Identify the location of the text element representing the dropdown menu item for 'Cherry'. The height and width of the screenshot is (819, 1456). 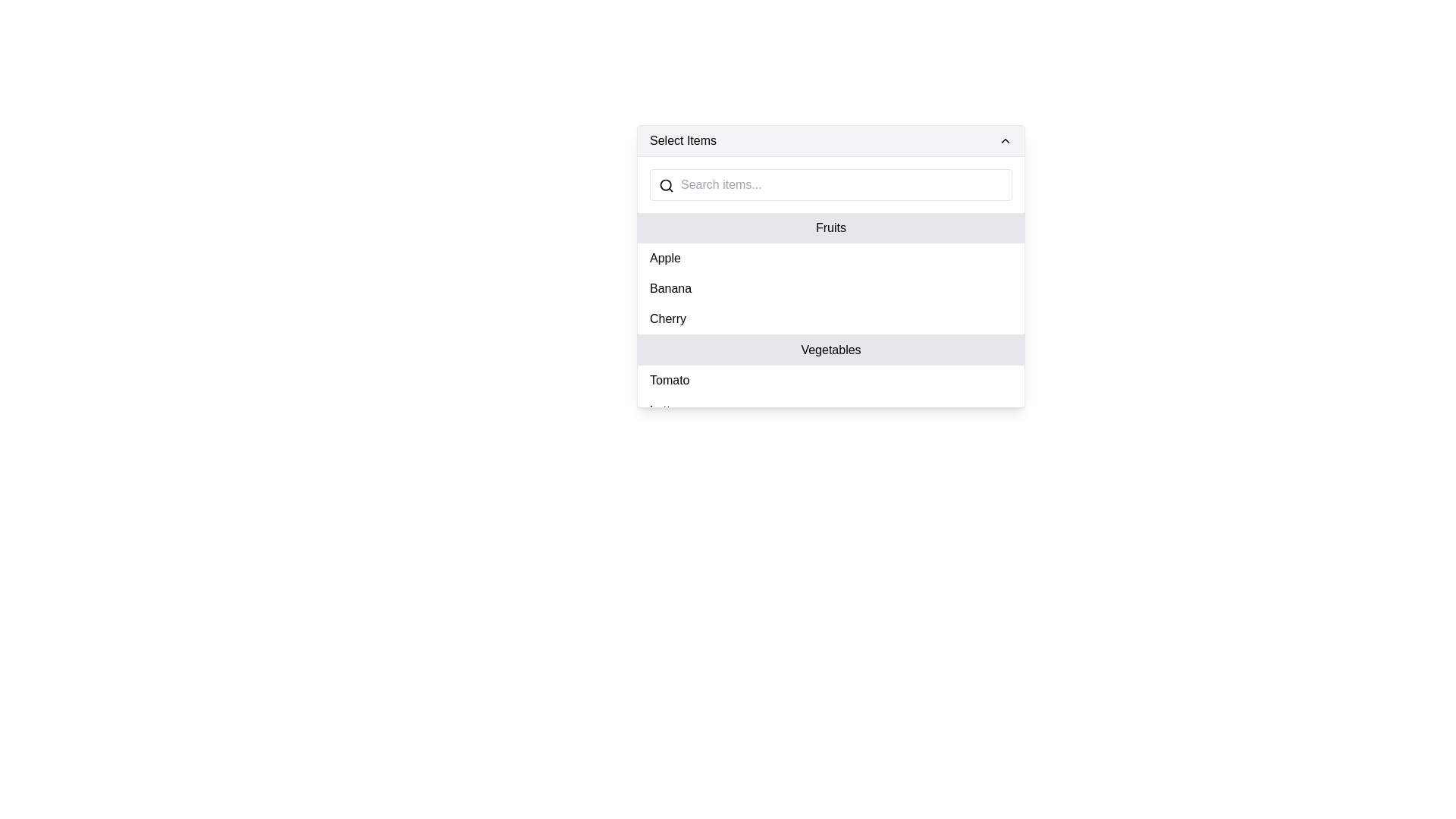
(667, 318).